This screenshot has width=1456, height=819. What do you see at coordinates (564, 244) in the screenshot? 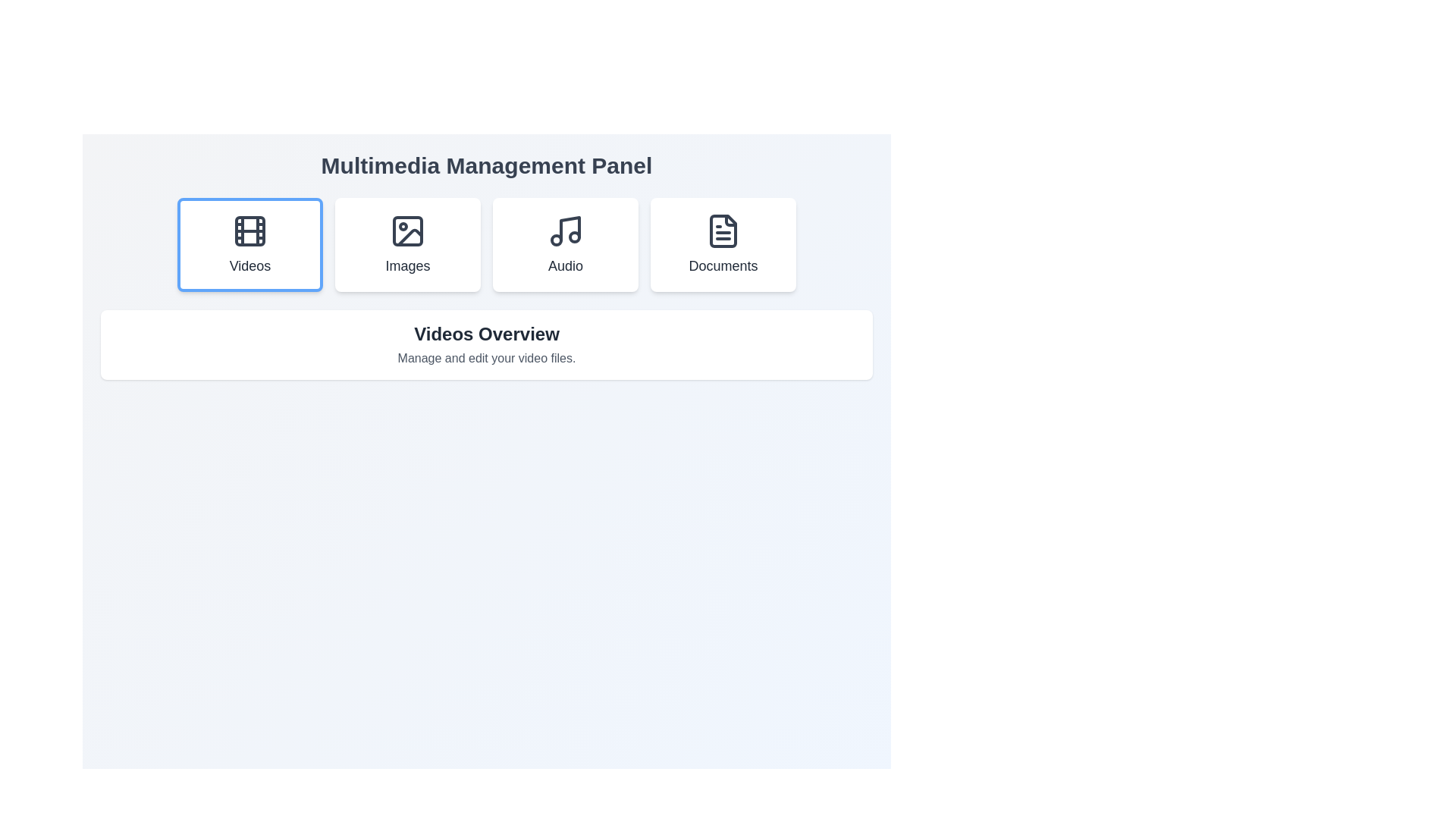
I see `the third card in a row of four that serves as a navigation button for managing audio files` at bounding box center [564, 244].